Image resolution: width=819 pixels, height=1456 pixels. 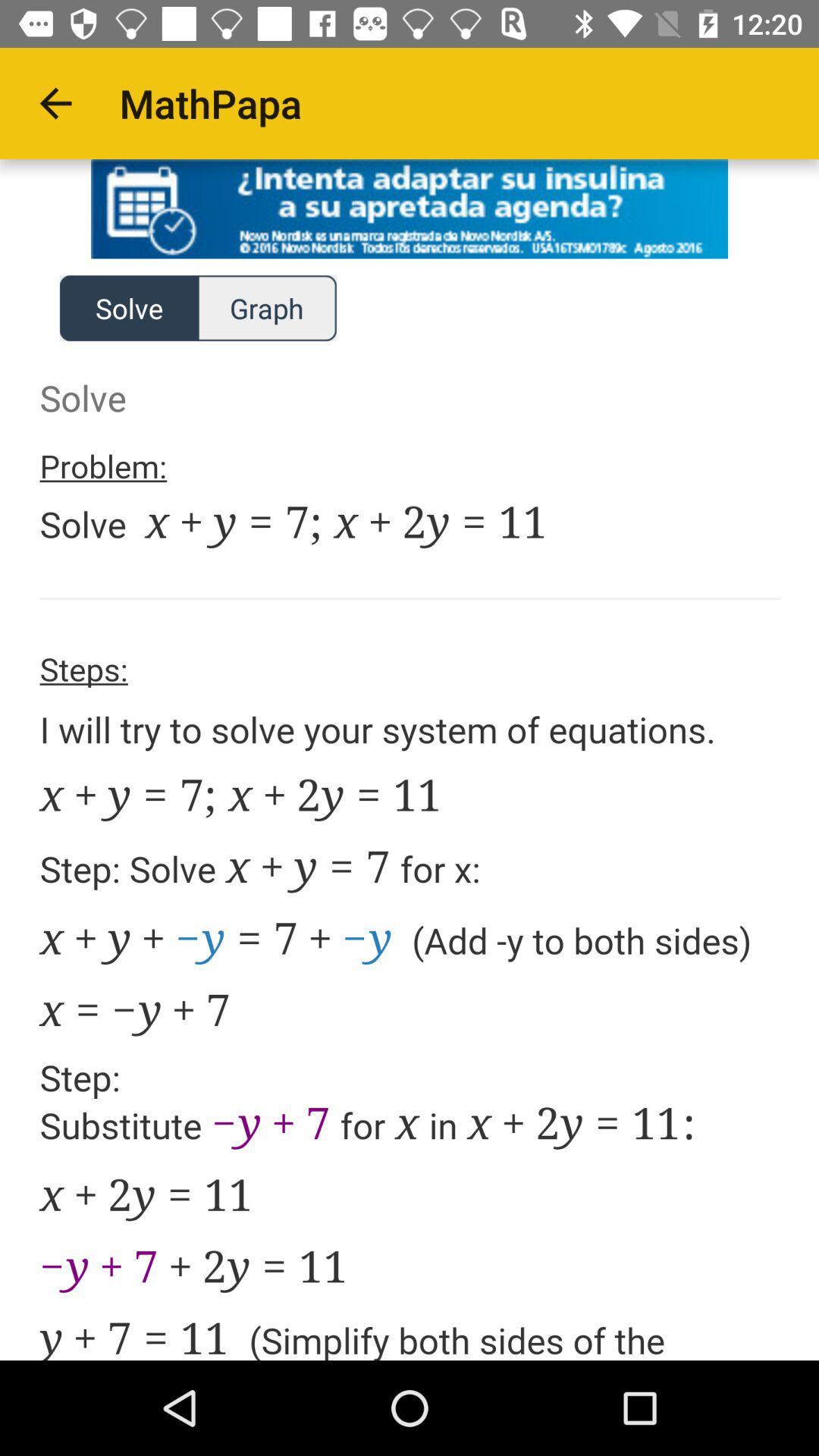 I want to click on advertisement, so click(x=409, y=208).